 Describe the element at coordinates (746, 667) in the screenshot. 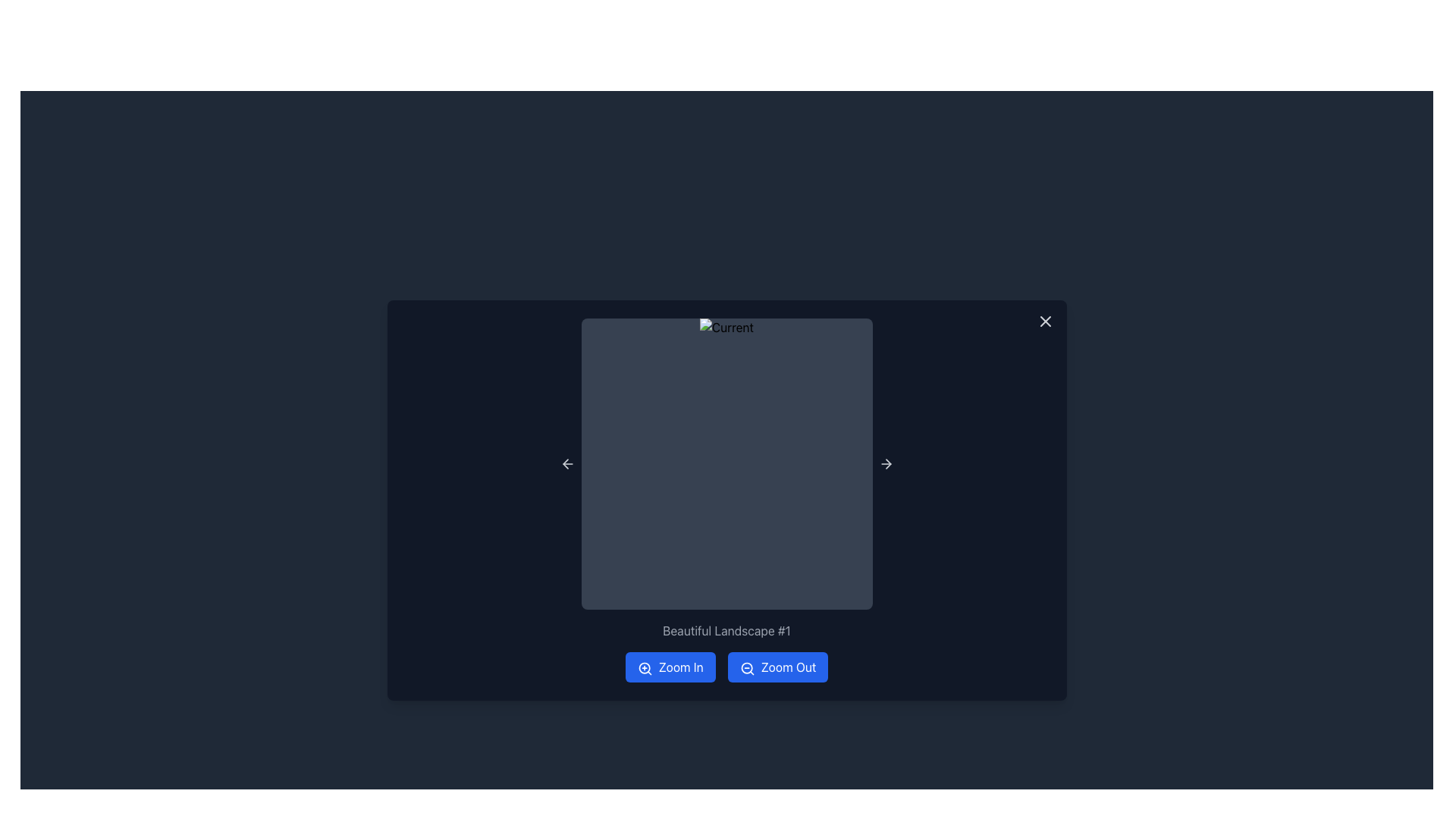

I see `the circular 'Zoom Out' icon located at the bottom-right of the modal window, which features a magnifying glass with a minus symbol` at that location.